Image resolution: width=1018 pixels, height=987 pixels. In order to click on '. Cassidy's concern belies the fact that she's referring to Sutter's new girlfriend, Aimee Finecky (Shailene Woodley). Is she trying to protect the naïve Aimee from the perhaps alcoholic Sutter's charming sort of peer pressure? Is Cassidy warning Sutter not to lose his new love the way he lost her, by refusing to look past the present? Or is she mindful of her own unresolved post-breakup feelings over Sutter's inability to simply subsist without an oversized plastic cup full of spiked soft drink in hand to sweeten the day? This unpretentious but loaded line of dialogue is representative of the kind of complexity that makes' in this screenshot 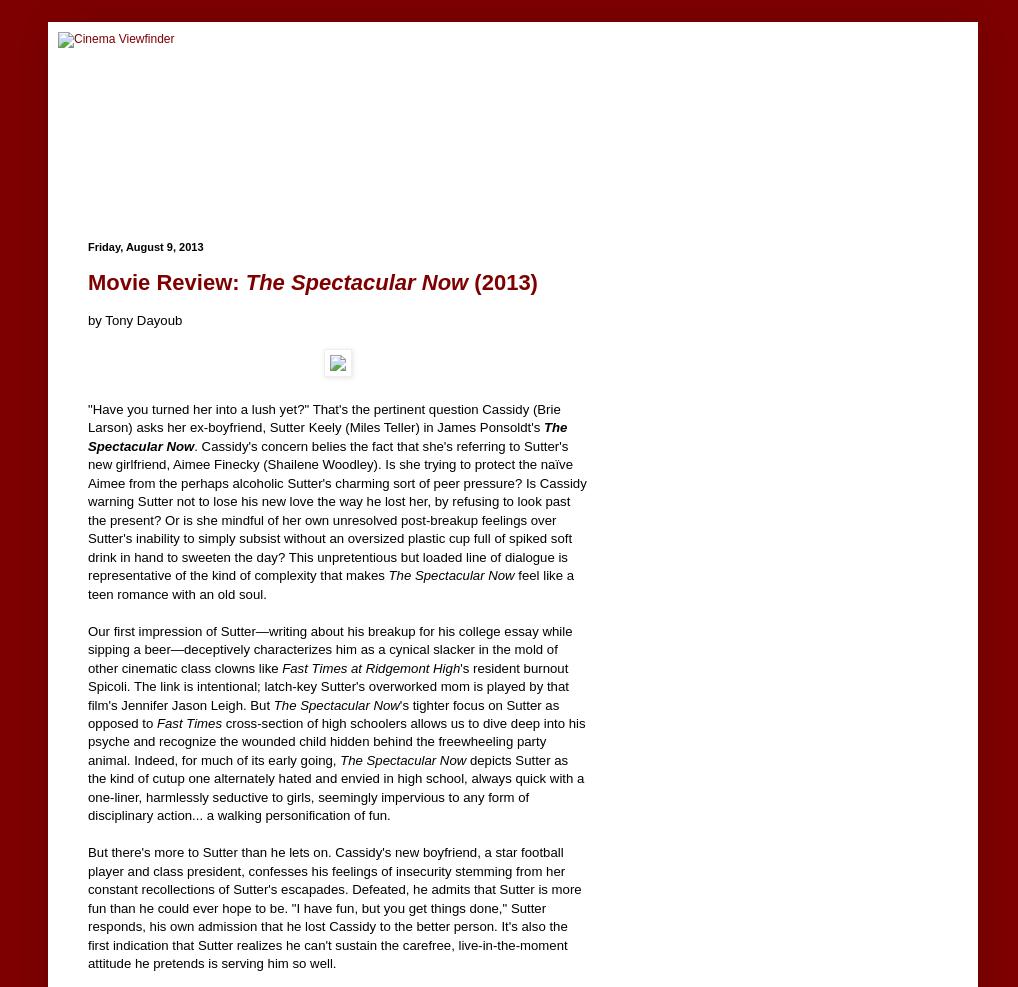, I will do `click(335, 510)`.